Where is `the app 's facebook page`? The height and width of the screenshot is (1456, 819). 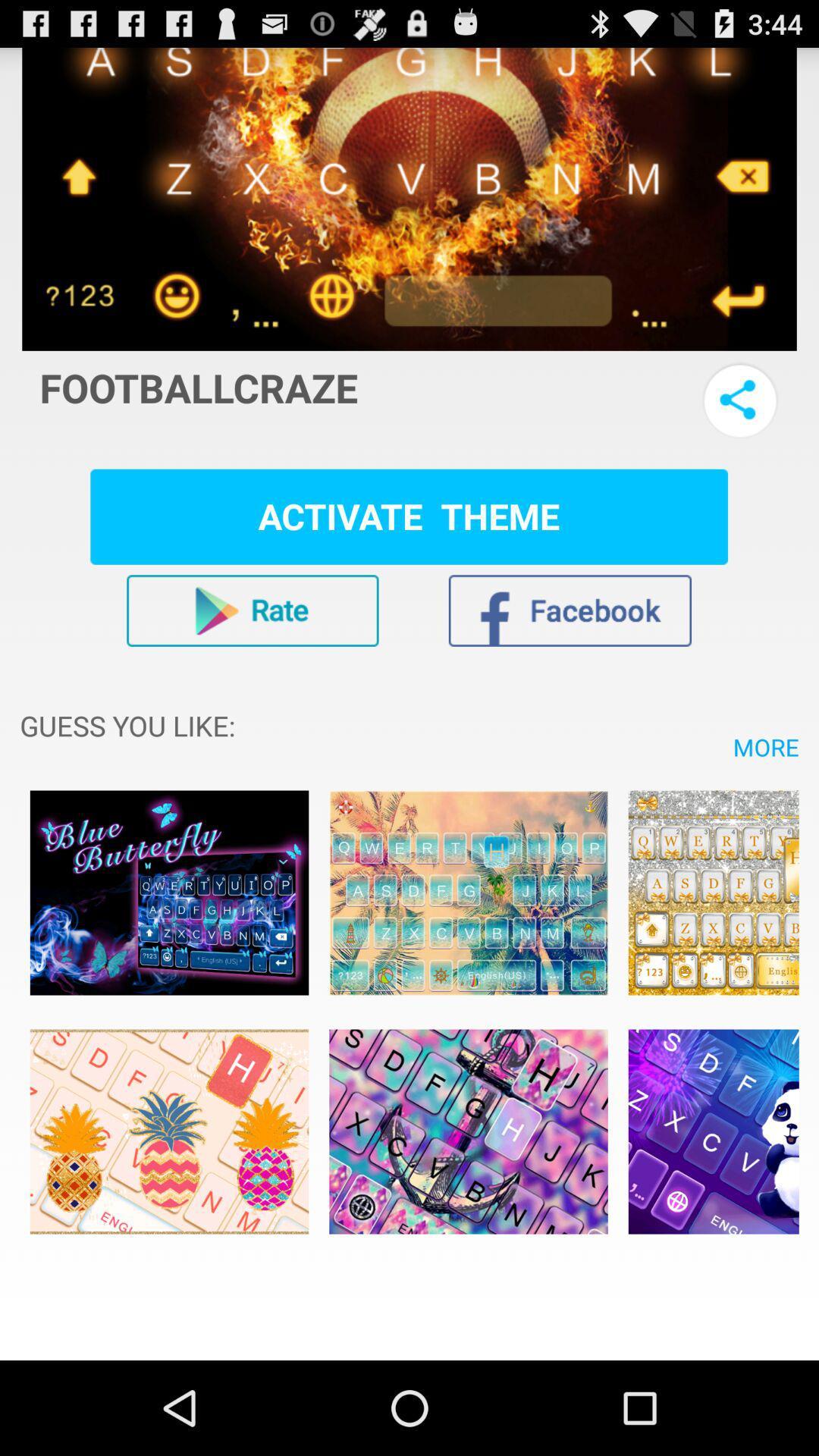 the app 's facebook page is located at coordinates (570, 610).